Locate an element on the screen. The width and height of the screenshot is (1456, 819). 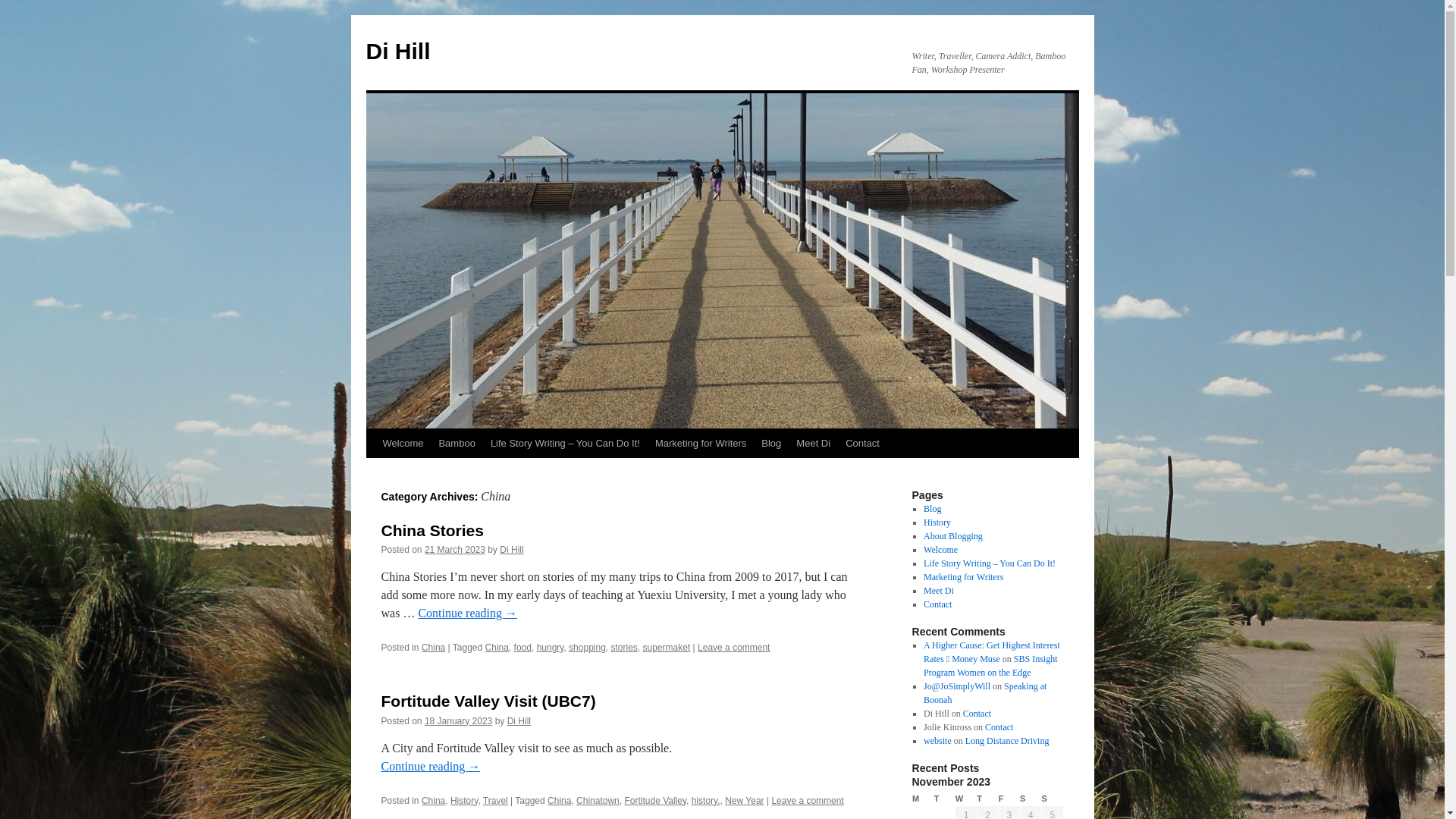
'food' is located at coordinates (522, 647).